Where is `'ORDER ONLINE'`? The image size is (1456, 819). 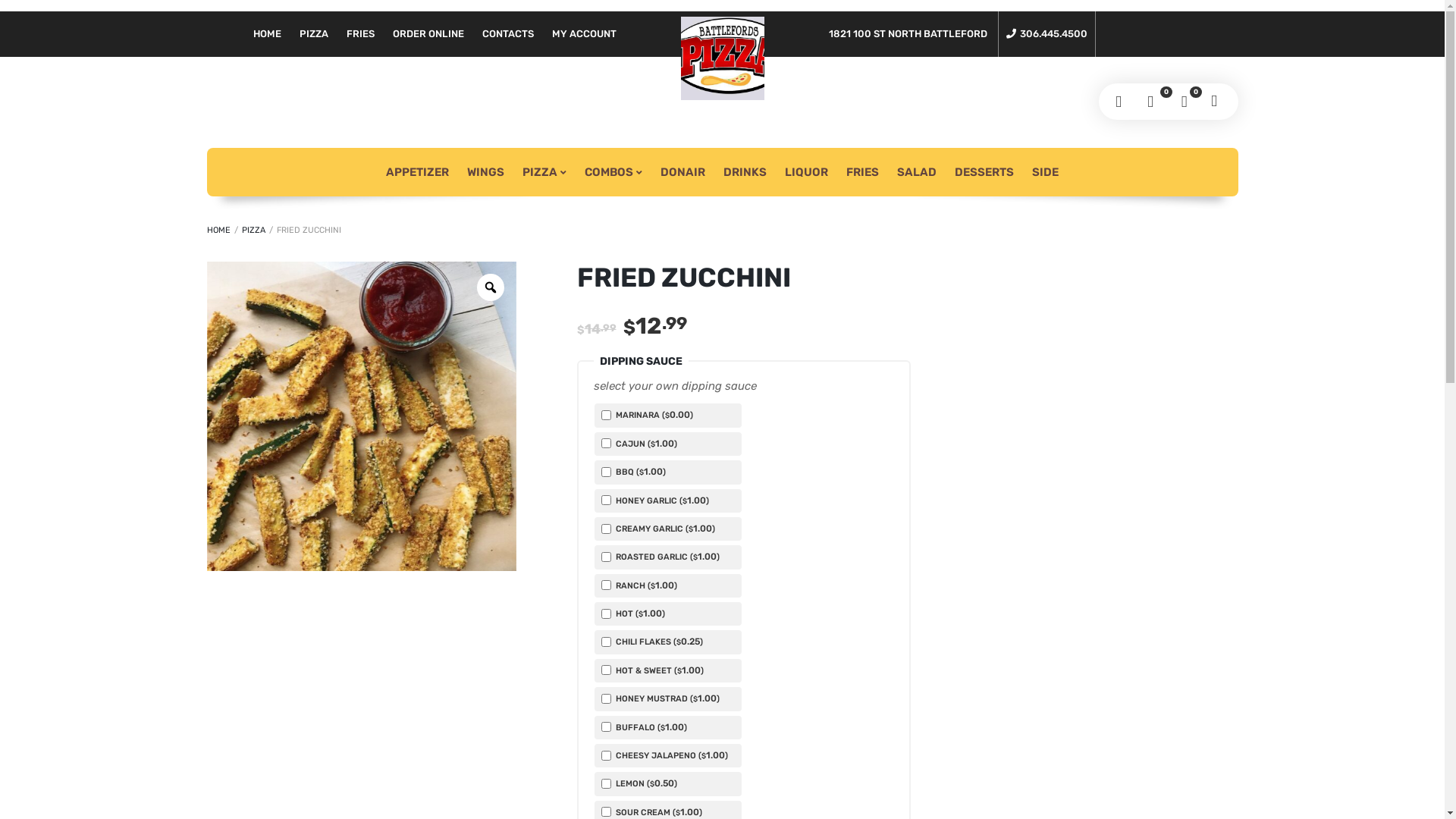 'ORDER ONLINE' is located at coordinates (428, 34).